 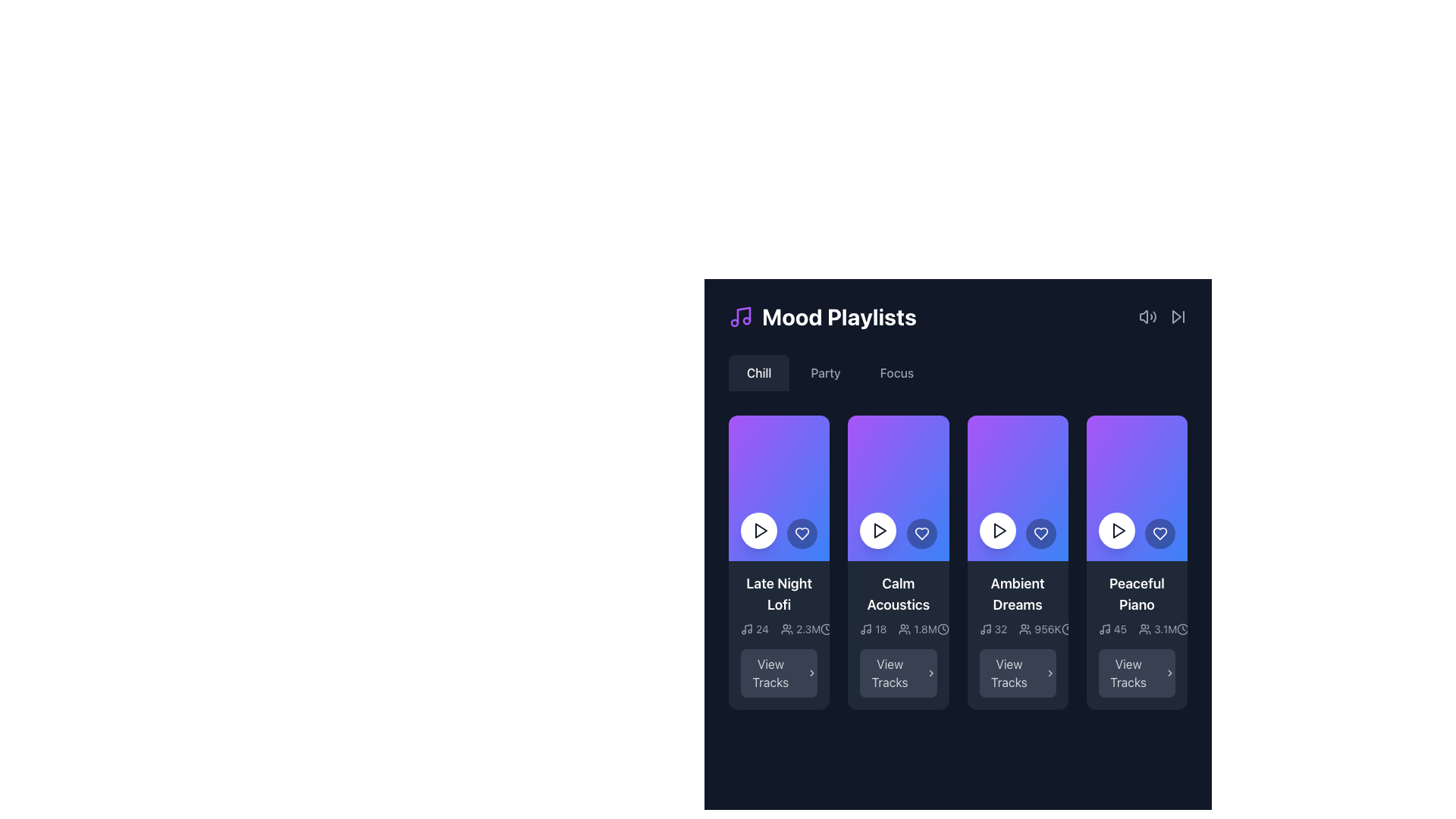 I want to click on the decorative vector graphic circle within the clock icon at the bottom-right of the 'Ambient Dreams' playlist card, so click(x=1066, y=629).